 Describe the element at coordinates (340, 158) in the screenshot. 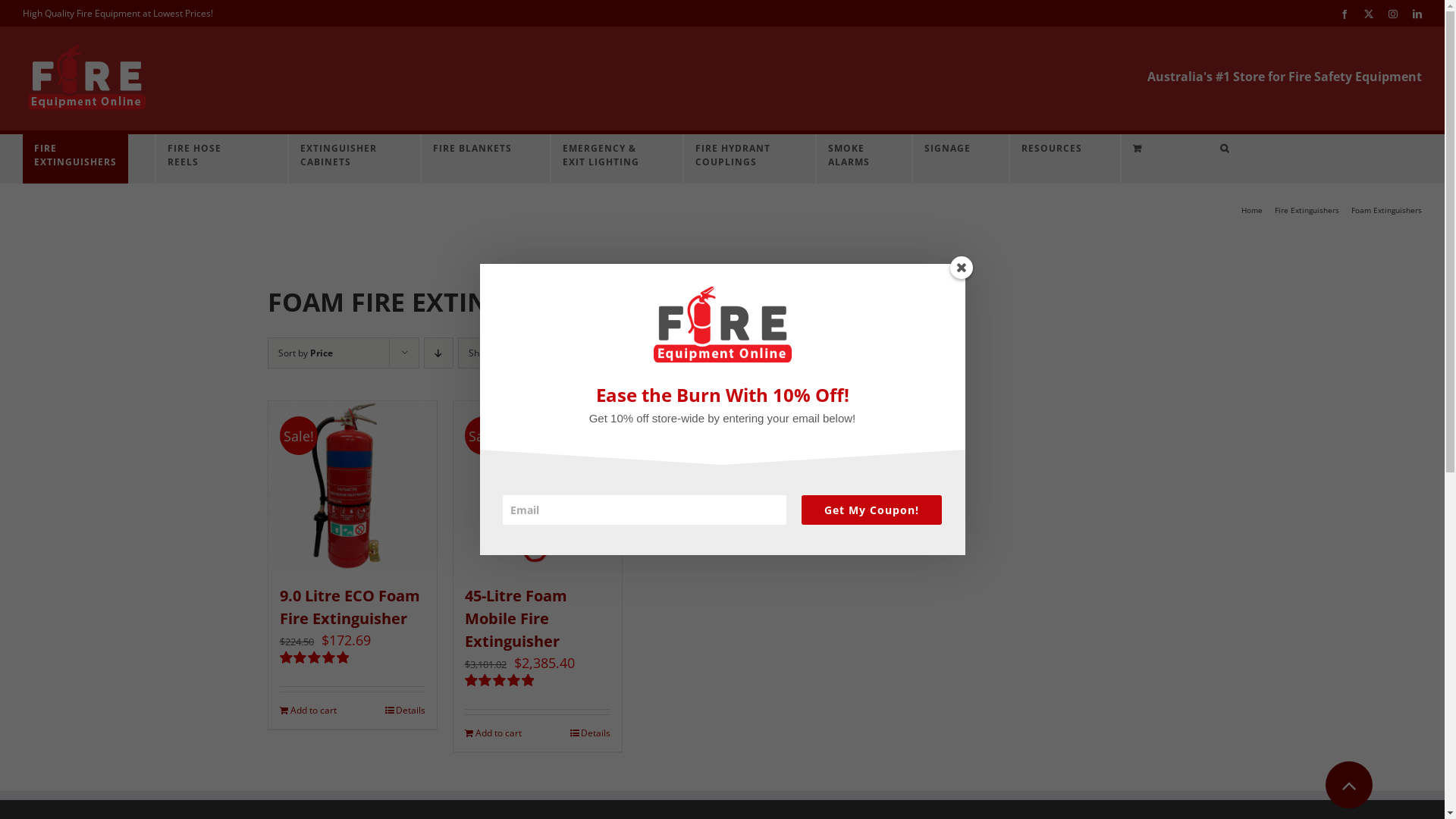

I see `'EXTINGUISHER CABINETS'` at that location.